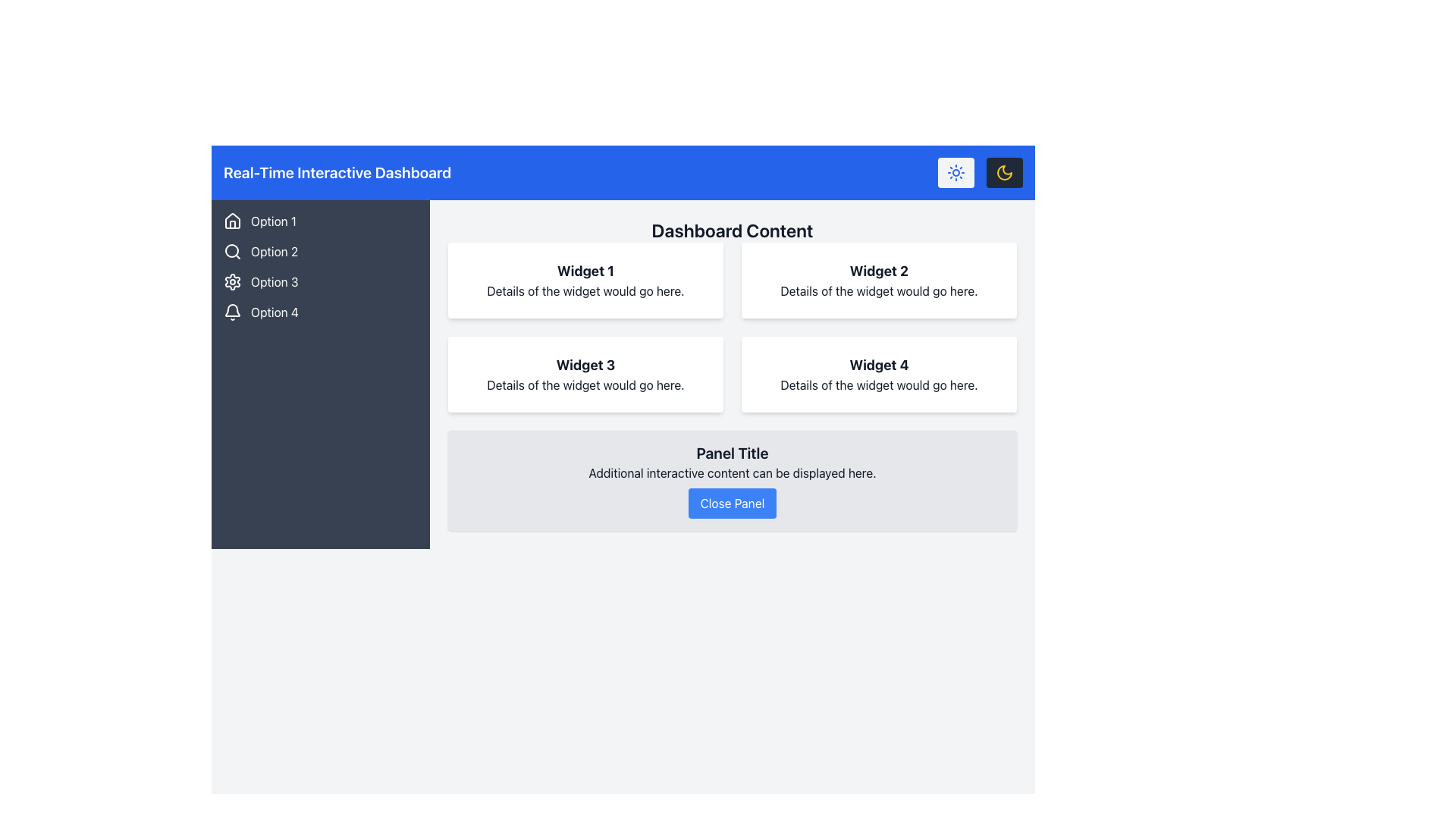 This screenshot has height=819, width=1456. Describe the element at coordinates (232, 309) in the screenshot. I see `the notification icon located in the left-hand sidebar of the dashboard, which is the fourth icon in the vertical navigation menu` at that location.